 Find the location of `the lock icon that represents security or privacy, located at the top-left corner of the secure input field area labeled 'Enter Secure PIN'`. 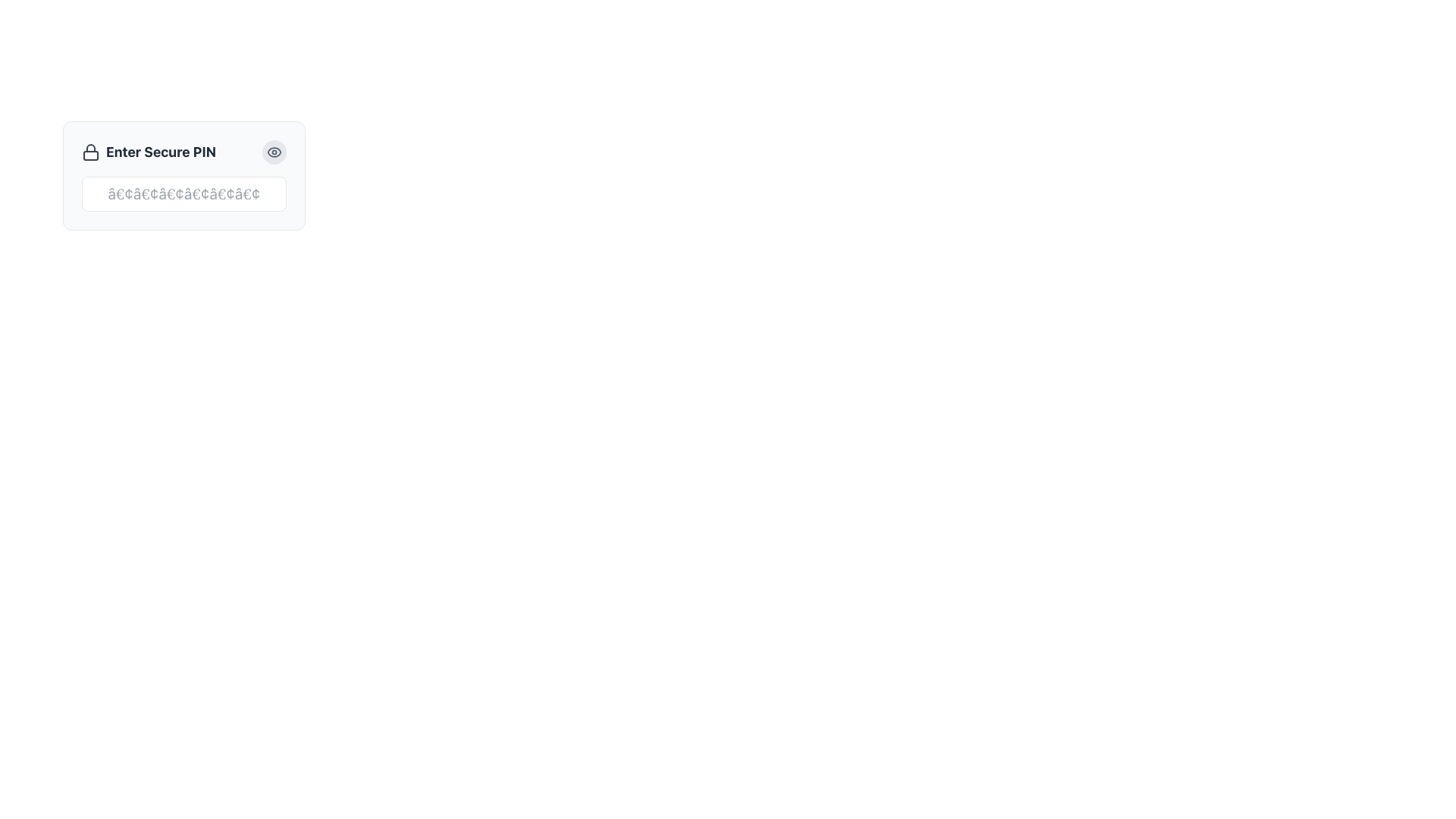

the lock icon that represents security or privacy, located at the top-left corner of the secure input field area labeled 'Enter Secure PIN' is located at coordinates (90, 152).